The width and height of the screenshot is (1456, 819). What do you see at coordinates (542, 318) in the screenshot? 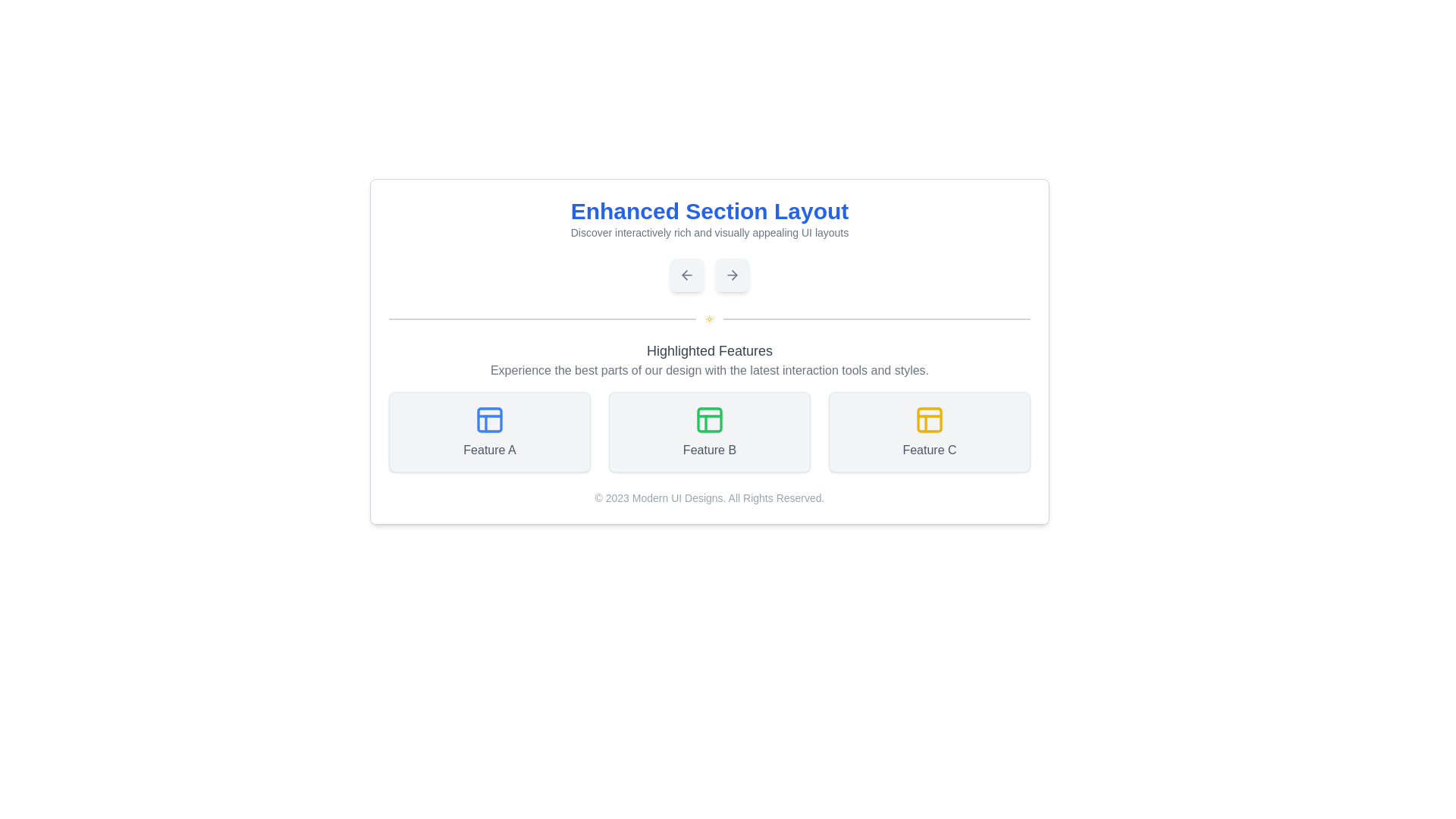
I see `the leftmost horizontal Divider Line located just beneath the title 'Enhanced Section Layout' adjacent to the sun icon` at bounding box center [542, 318].